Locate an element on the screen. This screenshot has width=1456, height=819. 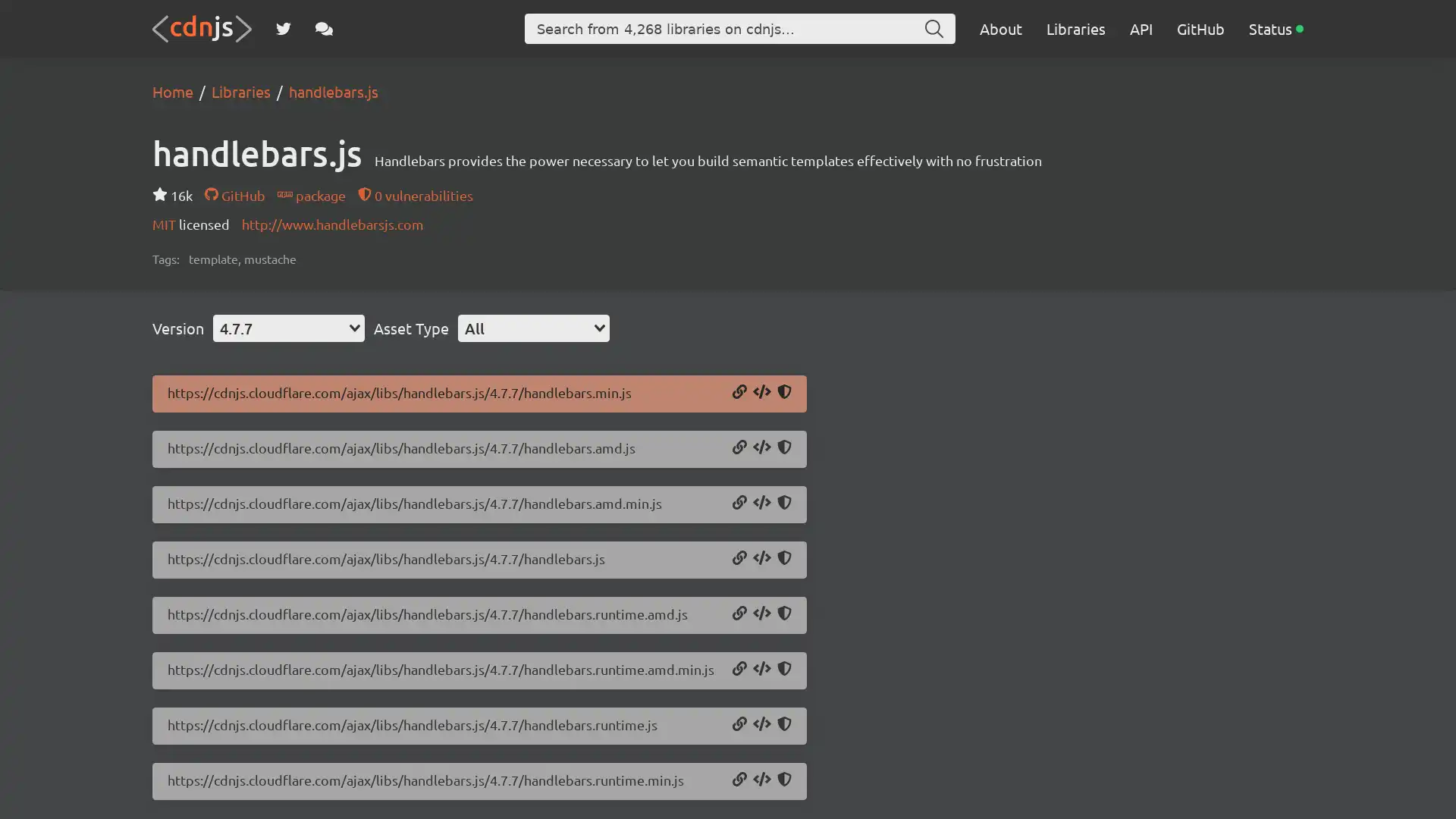
Copy Script Tag is located at coordinates (761, 447).